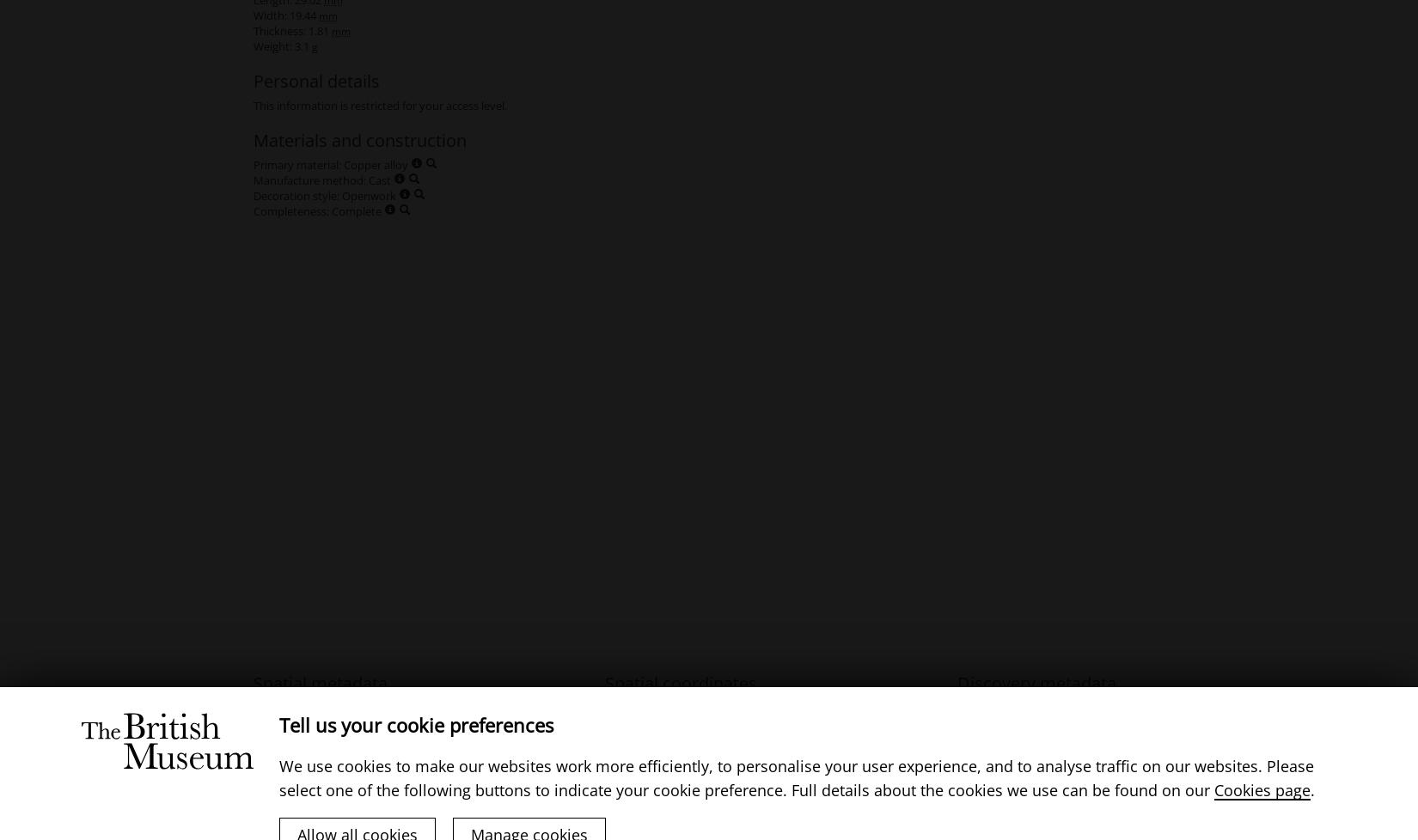 The width and height of the screenshot is (1418, 840). I want to click on '(European Region)', so click(413, 706).